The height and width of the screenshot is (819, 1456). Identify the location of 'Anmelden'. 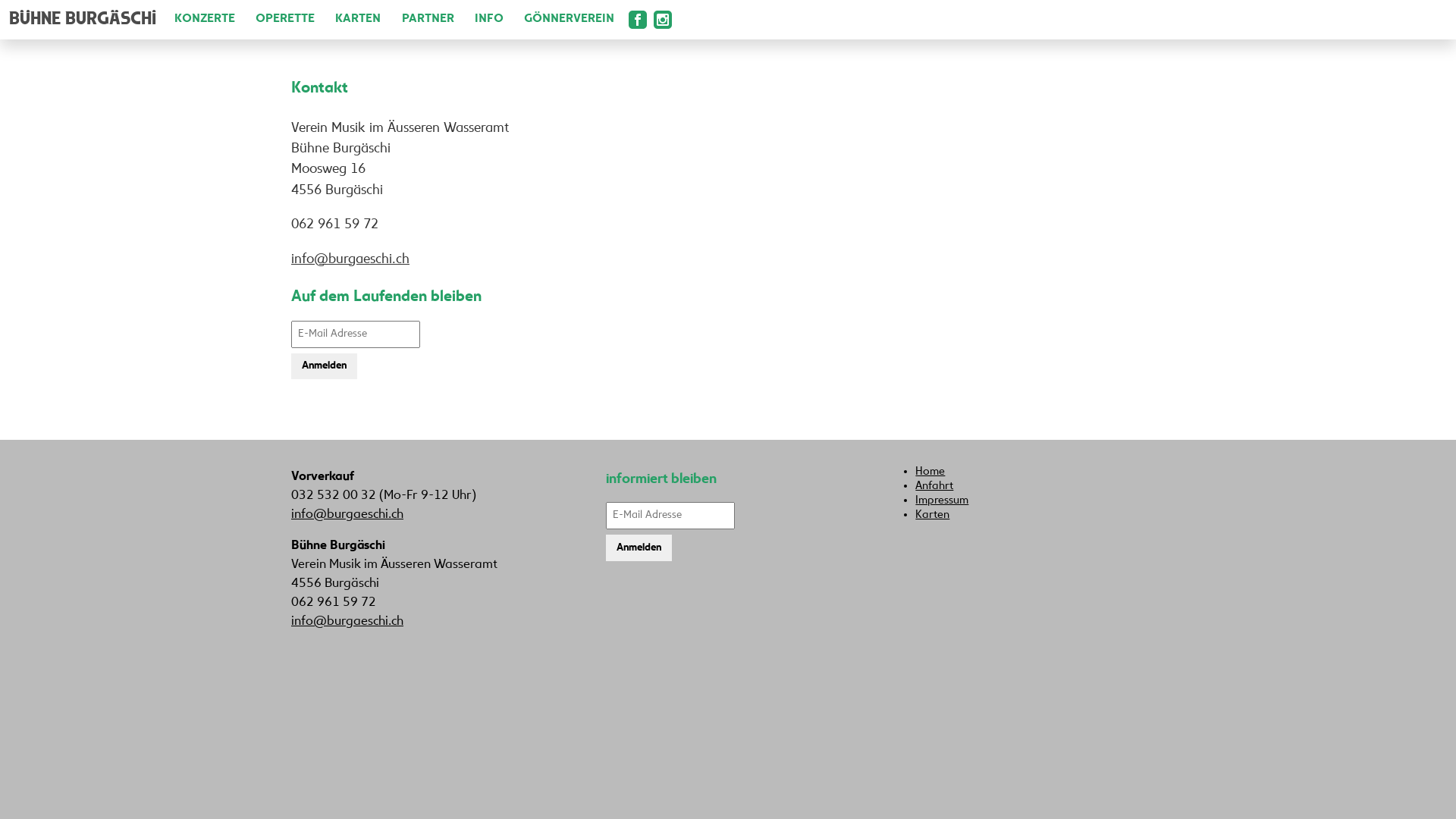
(639, 548).